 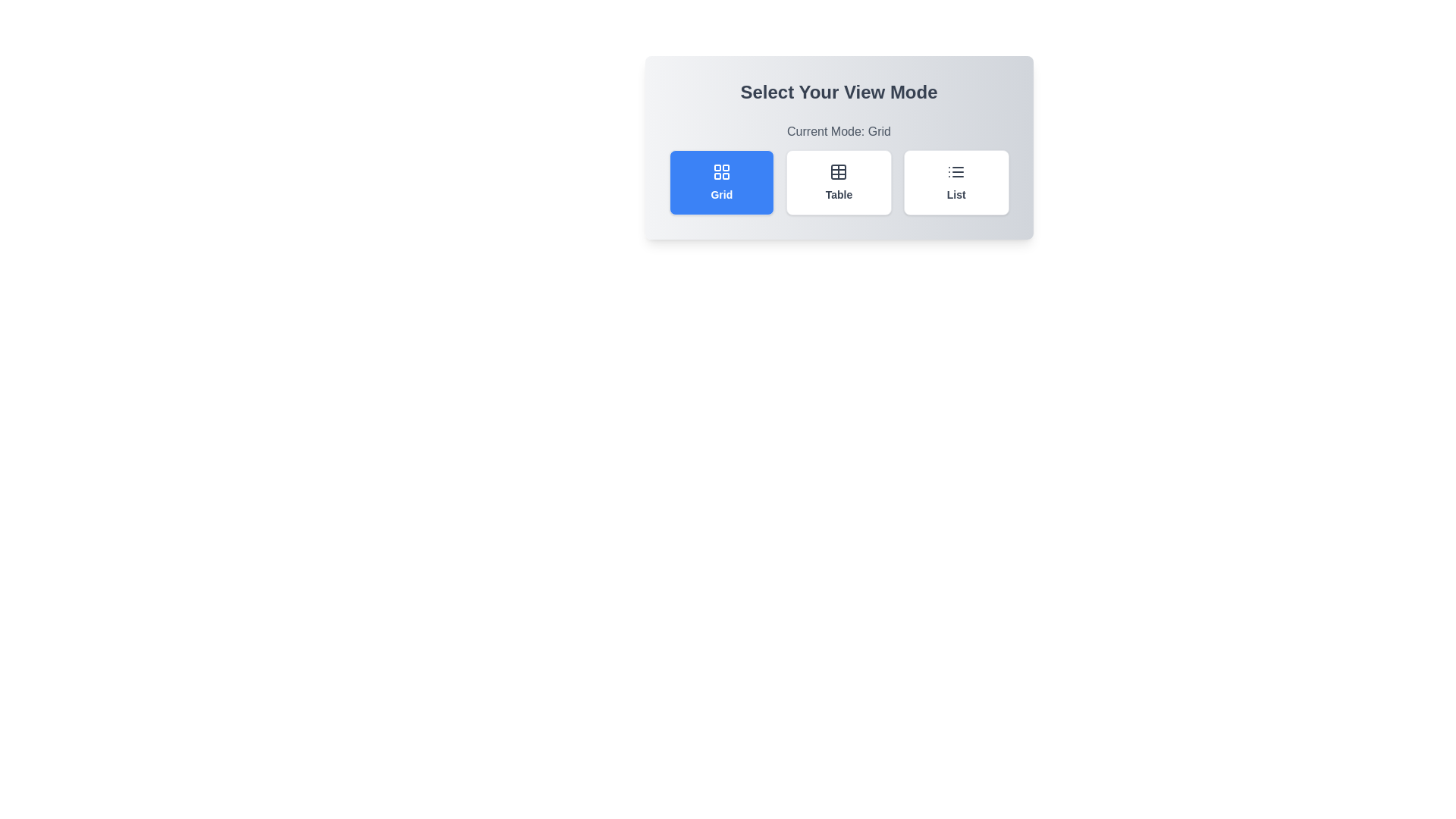 What do you see at coordinates (720, 171) in the screenshot?
I see `the grid icon located in the top-left corner of the blue 'Grid' button` at bounding box center [720, 171].